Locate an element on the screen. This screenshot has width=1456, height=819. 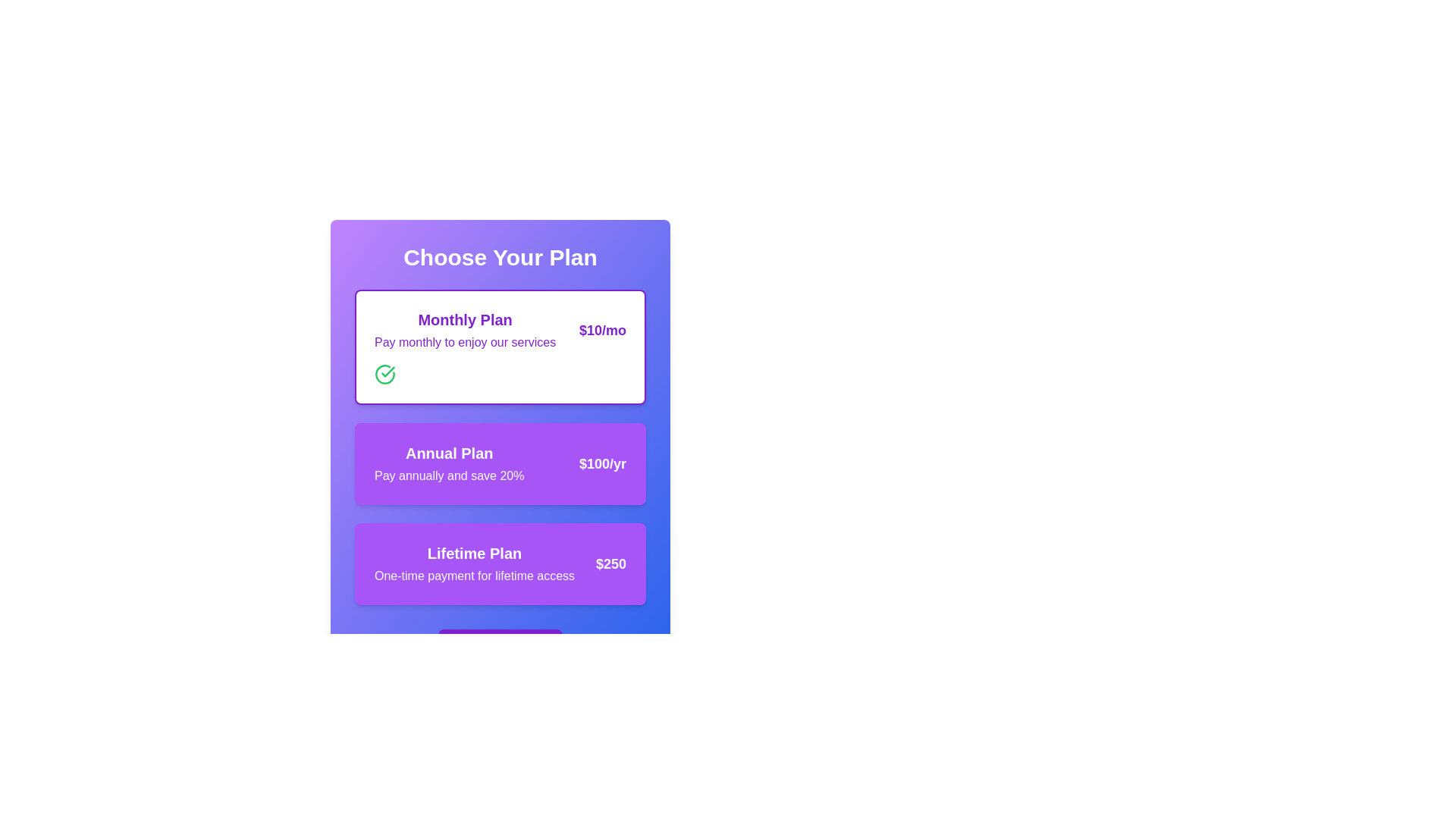
the 'Annual Plan' text label, which serves as the title for the Annual Plan section, located near the middle of the layout is located at coordinates (448, 452).